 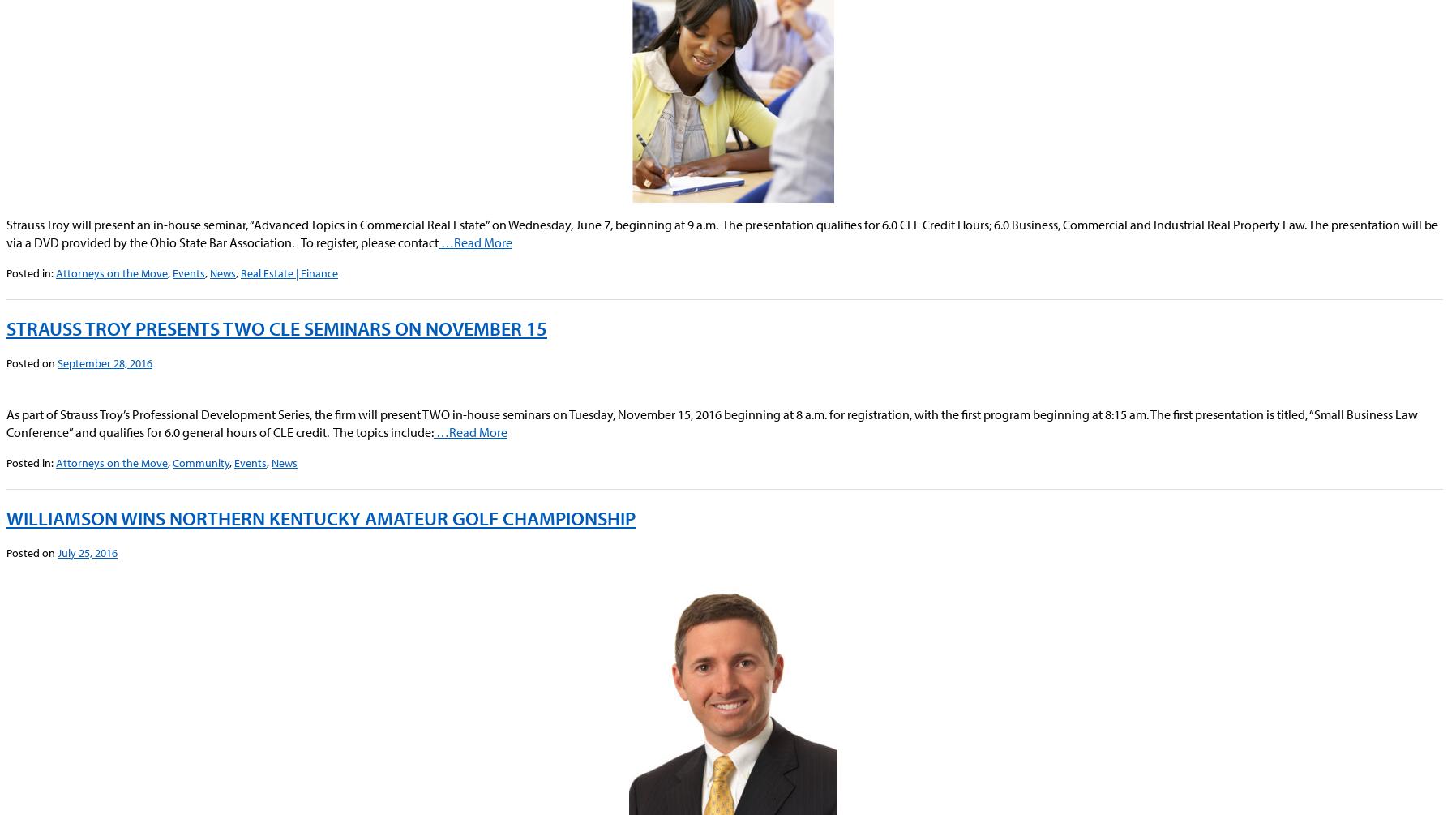 What do you see at coordinates (56, 551) in the screenshot?
I see `'July 25, 2016'` at bounding box center [56, 551].